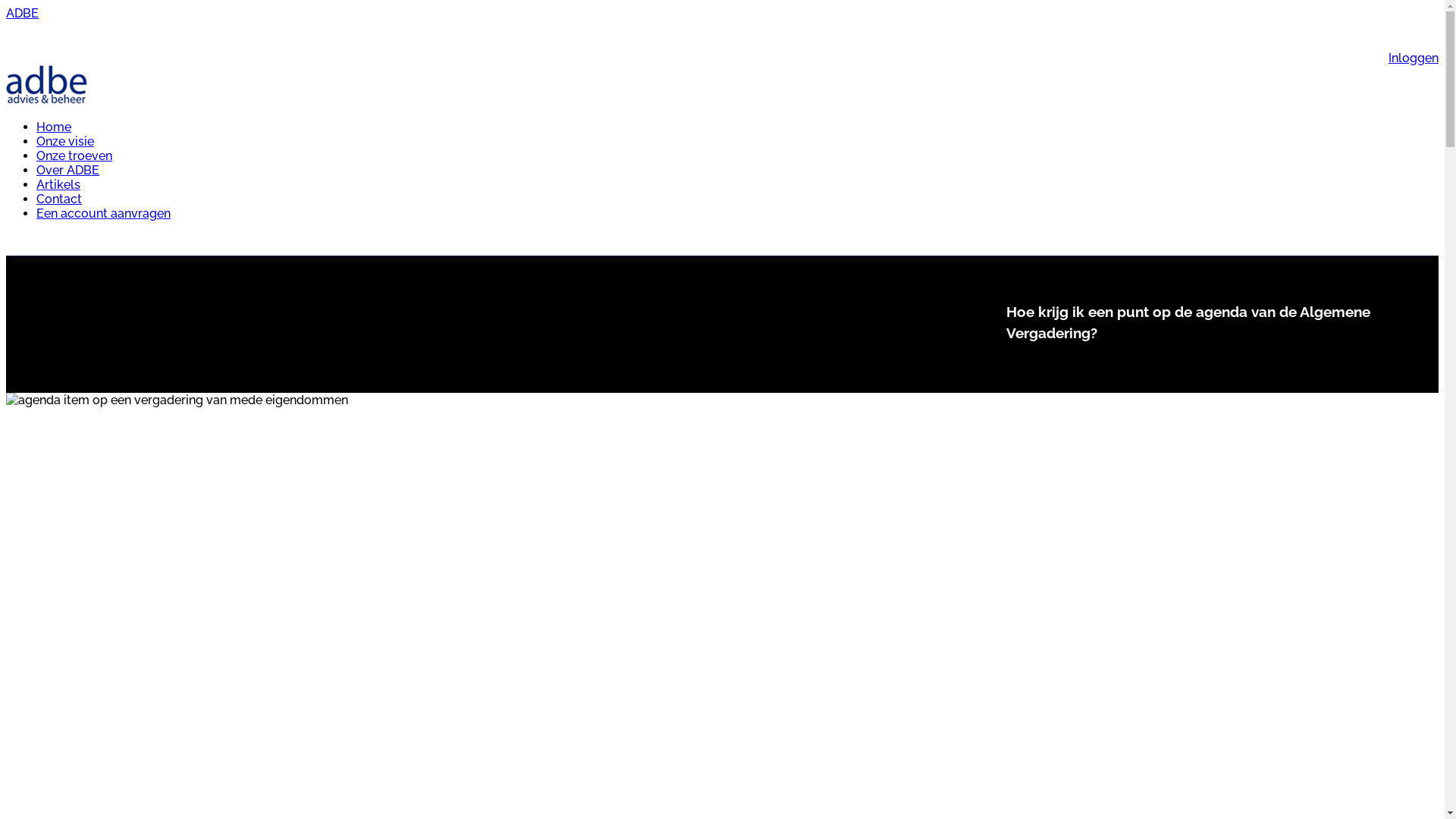  I want to click on 'Onze visie', so click(64, 141).